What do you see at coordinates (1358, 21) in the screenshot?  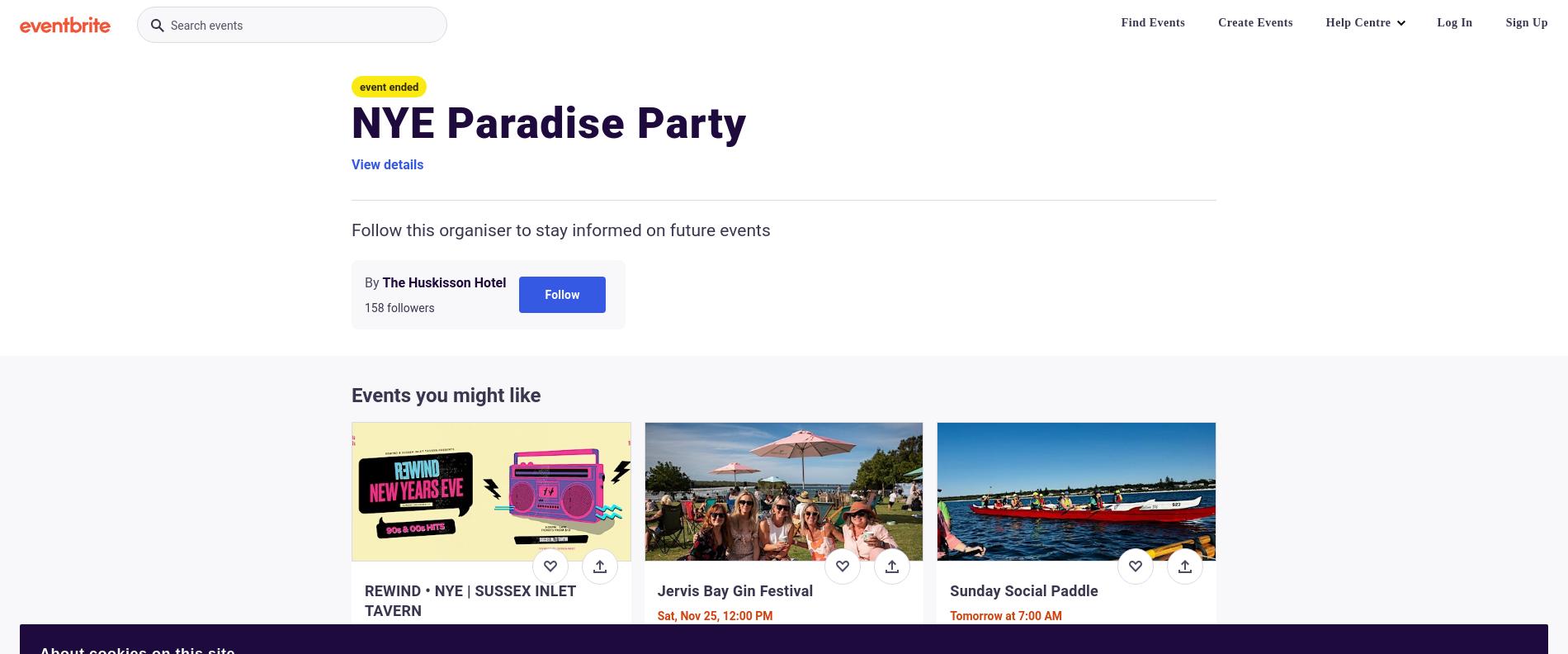 I see `'Help Centre'` at bounding box center [1358, 21].